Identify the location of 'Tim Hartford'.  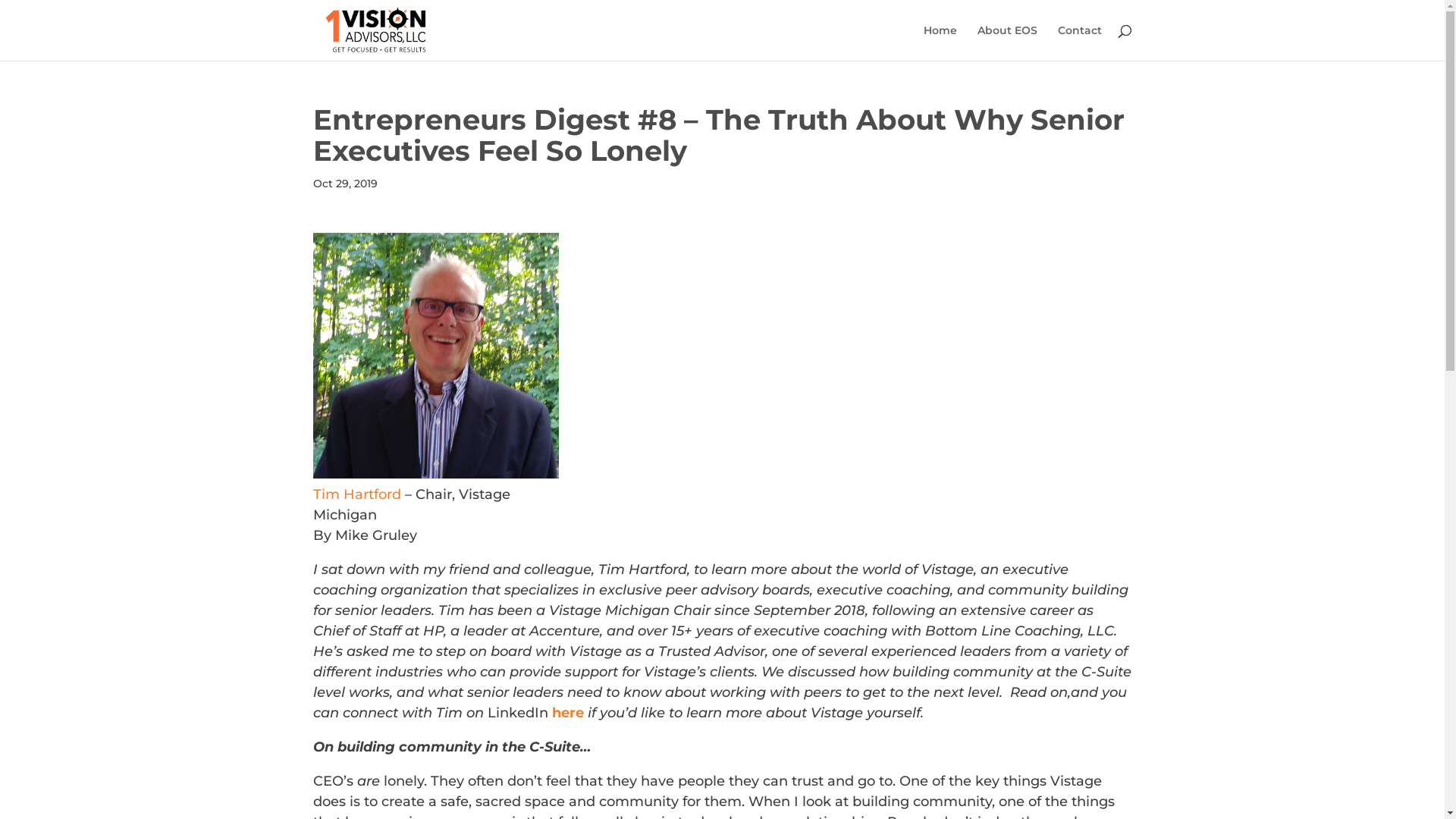
(356, 494).